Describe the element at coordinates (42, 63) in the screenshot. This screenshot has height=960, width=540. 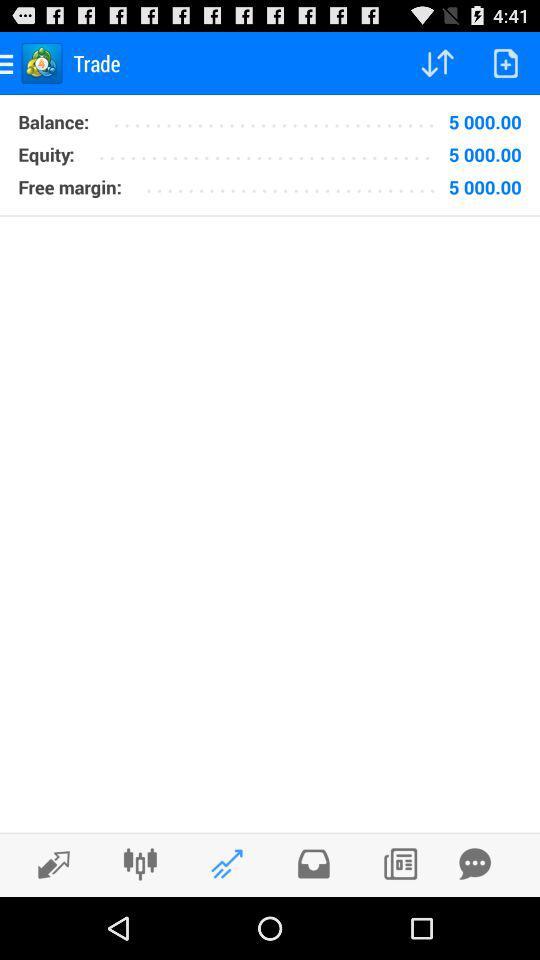
I see `the icon which is left to the trade` at that location.